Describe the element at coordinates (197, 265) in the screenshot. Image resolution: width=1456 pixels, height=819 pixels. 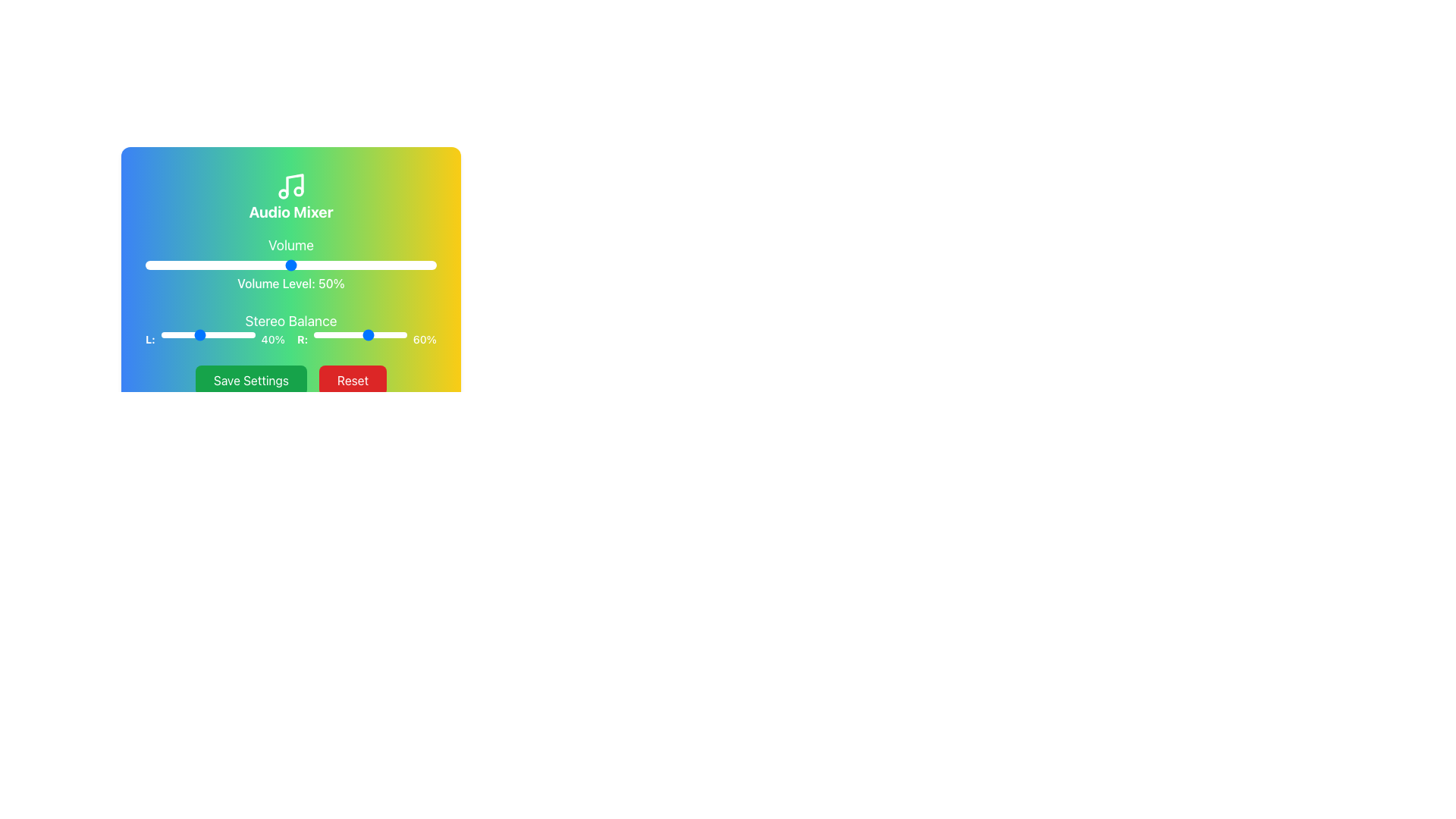
I see `the volume` at that location.